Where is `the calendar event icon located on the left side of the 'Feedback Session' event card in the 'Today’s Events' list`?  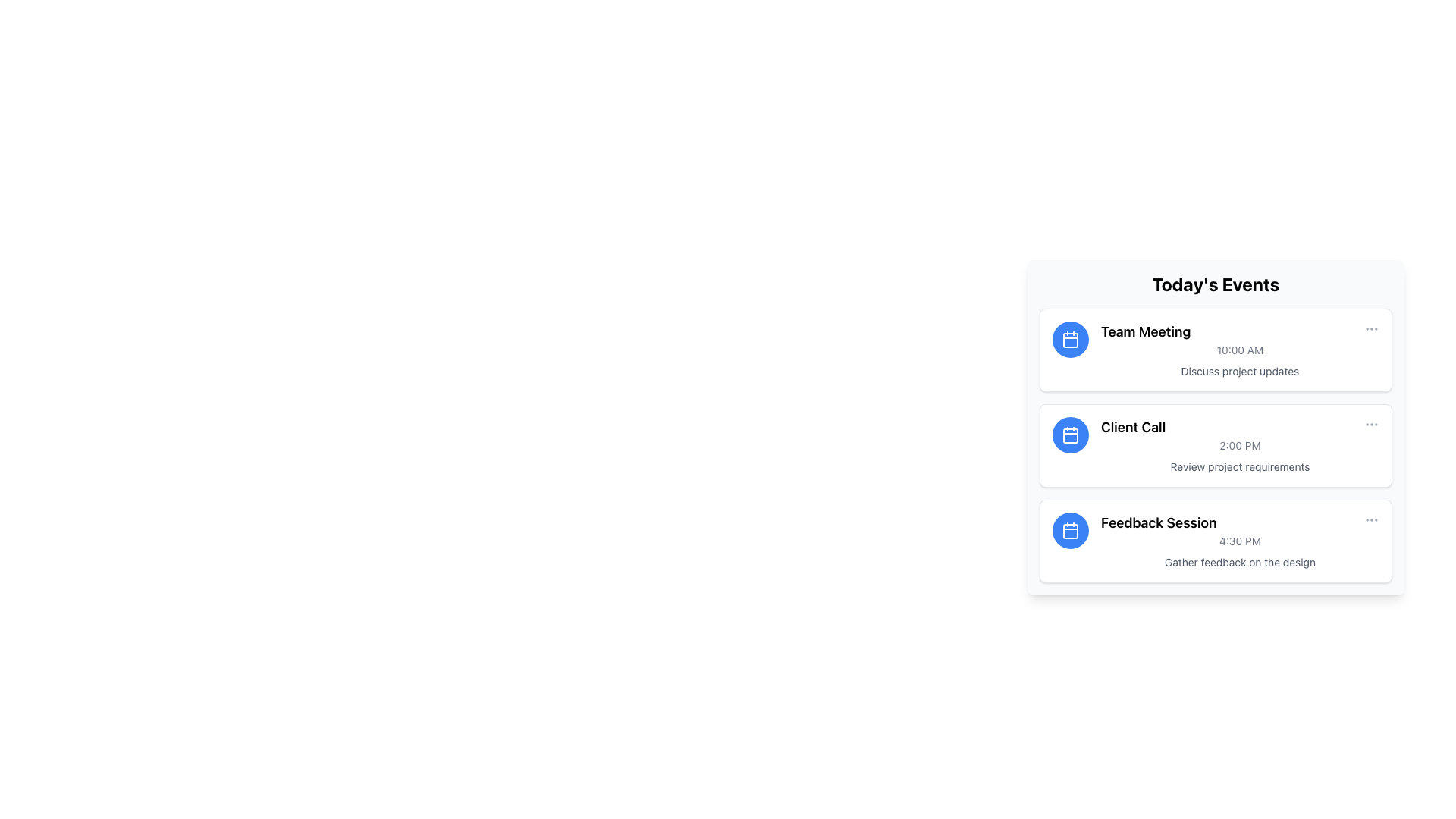
the calendar event icon located on the left side of the 'Feedback Session' event card in the 'Today’s Events' list is located at coordinates (1069, 529).